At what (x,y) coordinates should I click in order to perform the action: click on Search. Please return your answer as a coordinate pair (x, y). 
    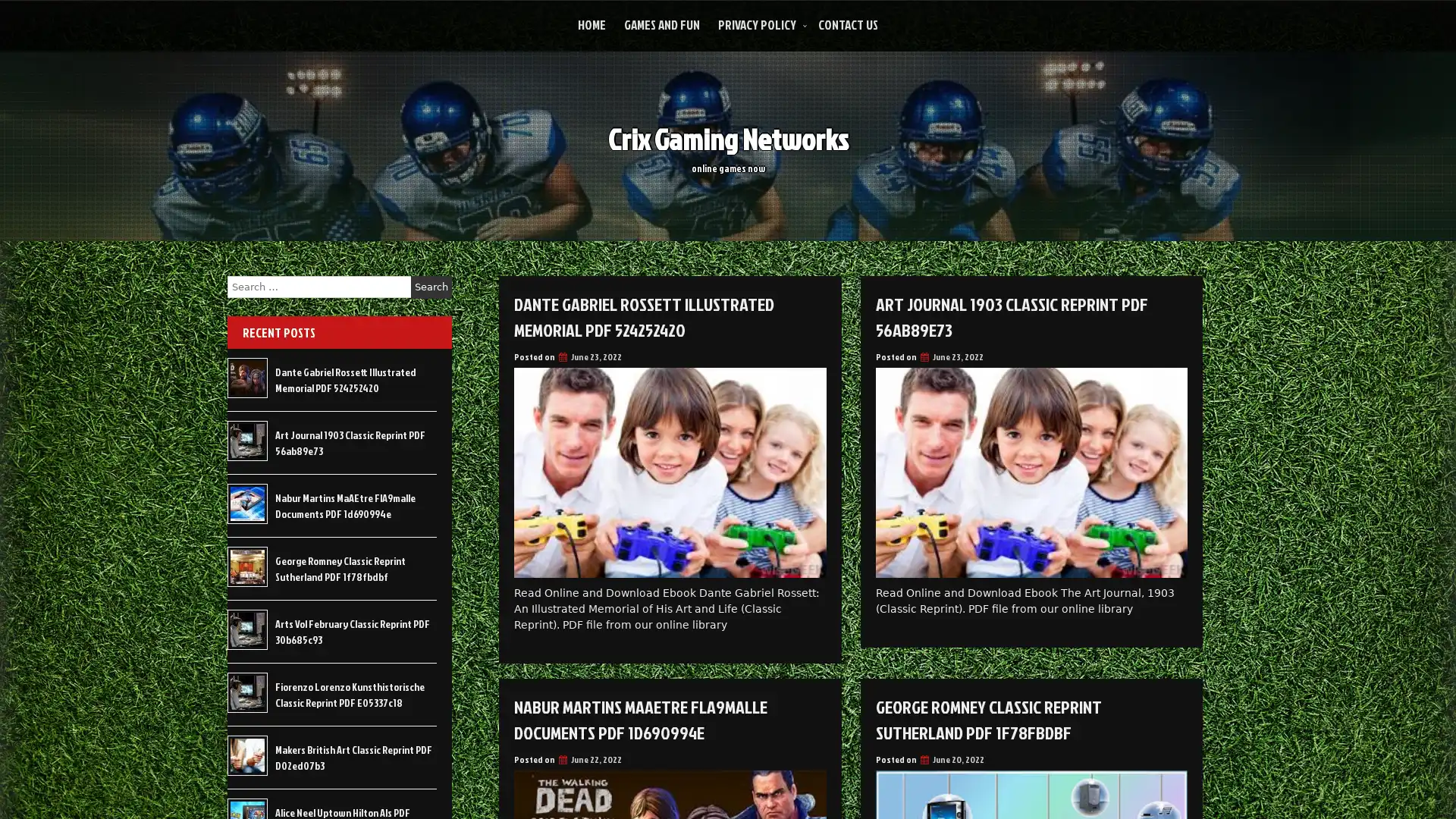
    Looking at the image, I should click on (431, 287).